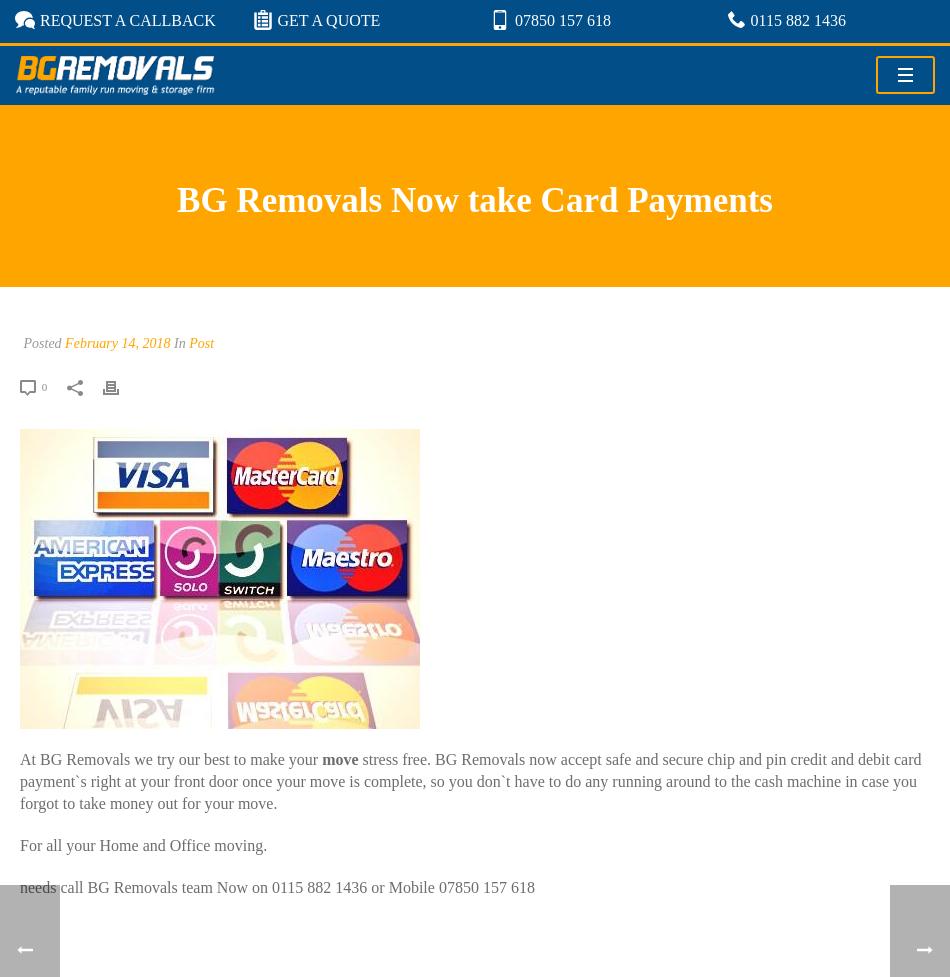  Describe the element at coordinates (276, 886) in the screenshot. I see `'needs call BG Removals team Now on 0115 882 1436 or Mobile 07850 157 618'` at that location.